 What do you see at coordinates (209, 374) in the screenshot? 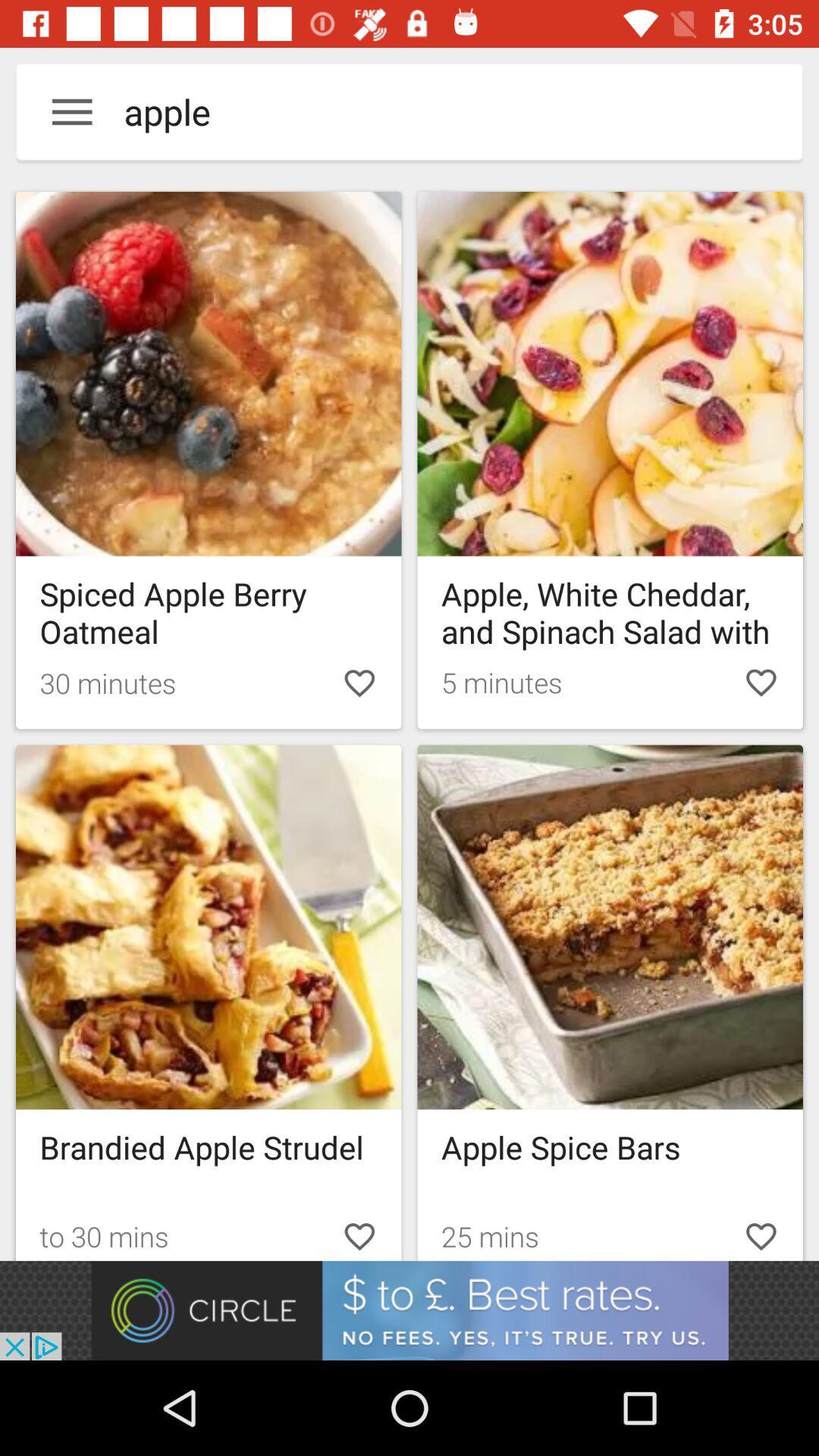
I see `the image which is on the top left corner of the screen` at bounding box center [209, 374].